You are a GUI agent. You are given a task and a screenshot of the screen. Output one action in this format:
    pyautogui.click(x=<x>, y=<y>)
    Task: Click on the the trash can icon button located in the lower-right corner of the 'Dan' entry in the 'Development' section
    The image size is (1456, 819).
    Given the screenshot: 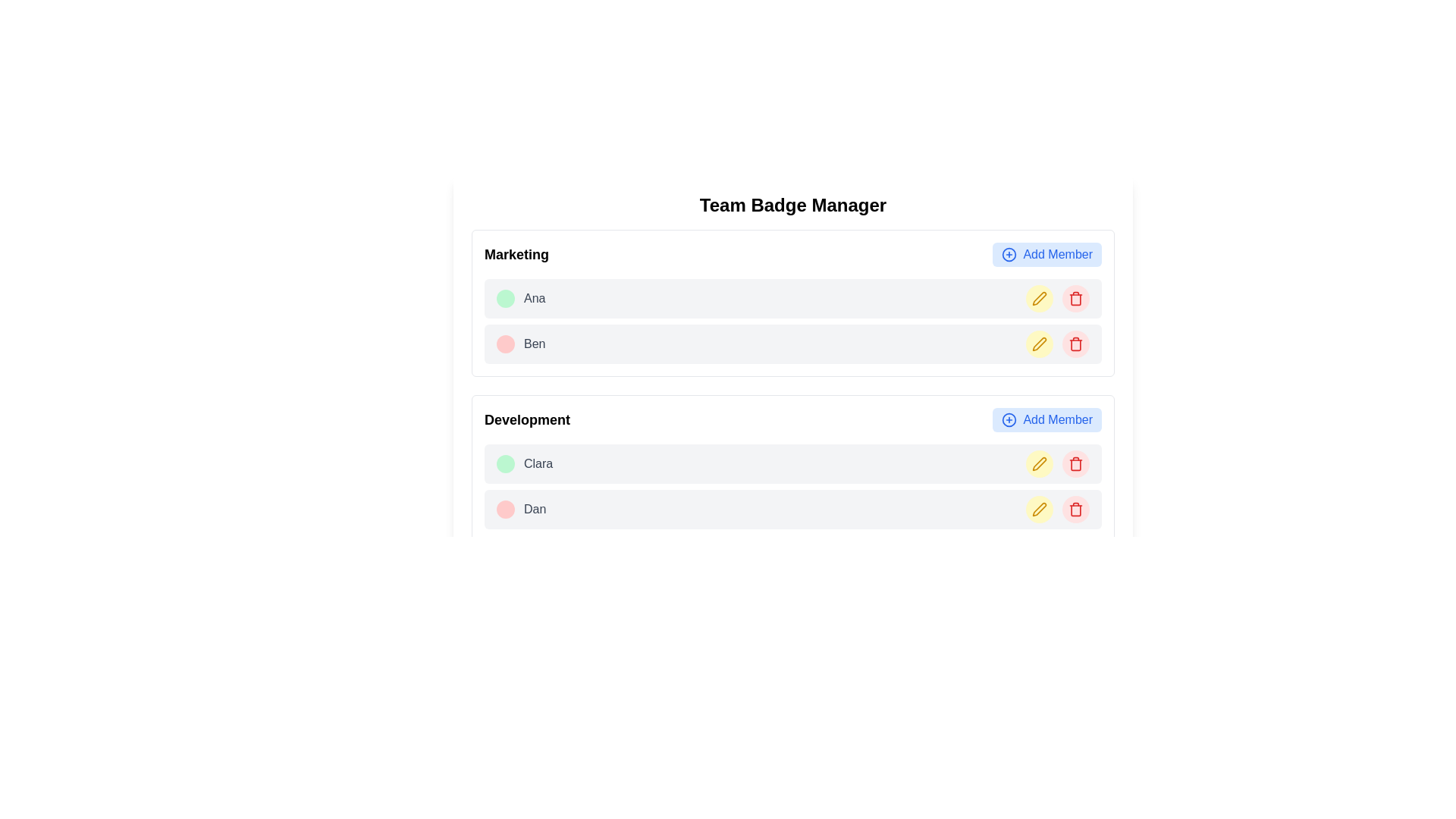 What is the action you would take?
    pyautogui.click(x=1075, y=509)
    